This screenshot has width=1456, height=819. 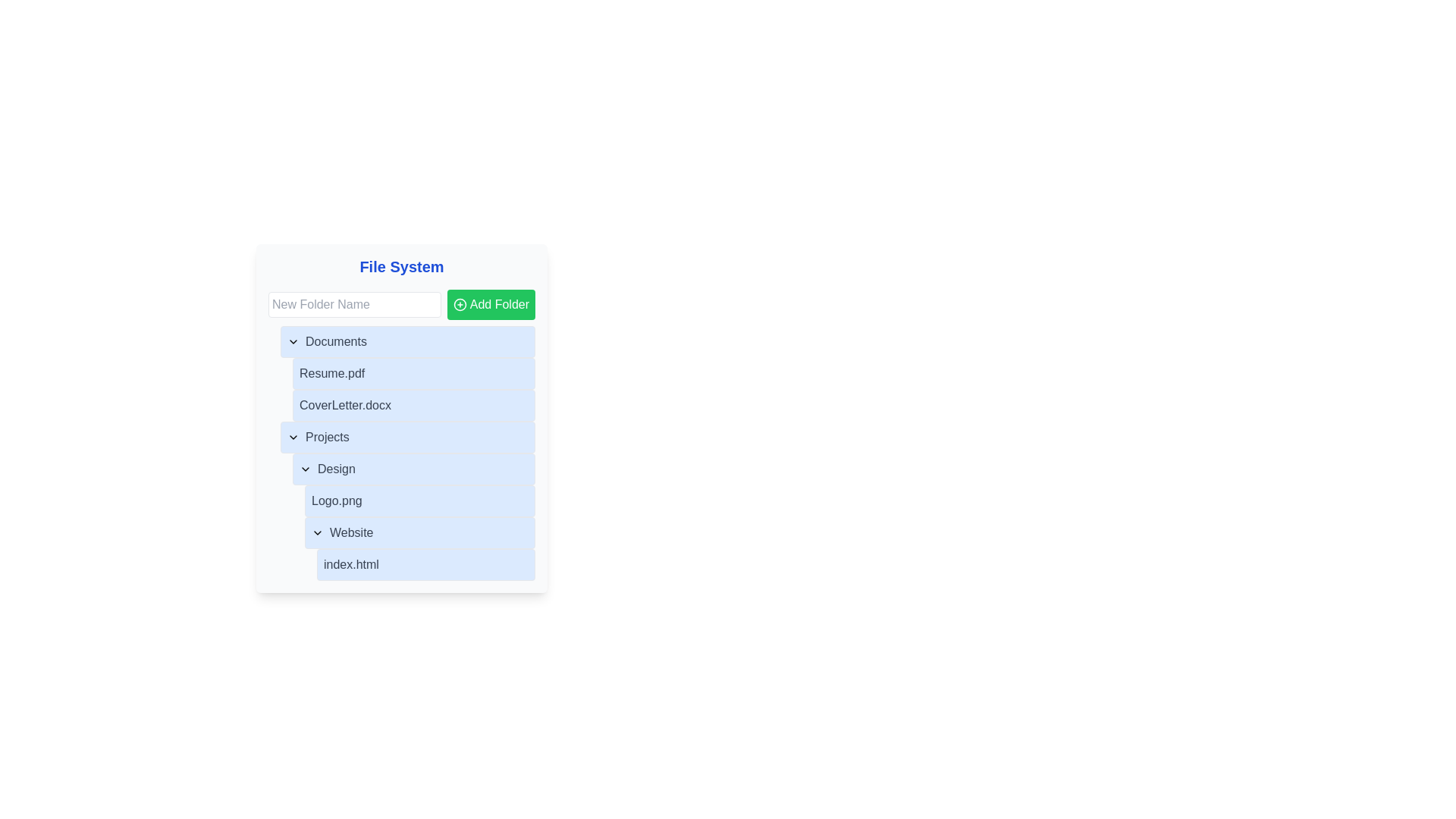 What do you see at coordinates (296, 438) in the screenshot?
I see `the downward chevron icon located to the left of the 'Projects' label for tooltip or contextual information` at bounding box center [296, 438].